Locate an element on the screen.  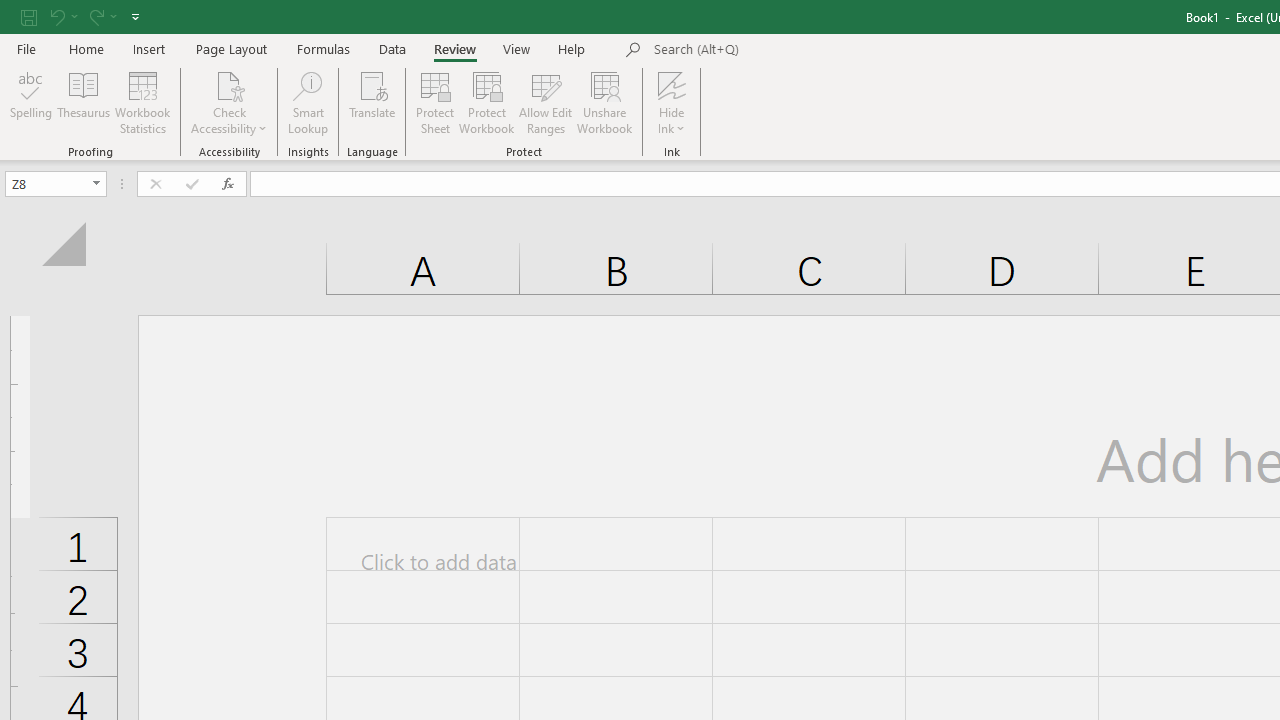
'Unshare Workbook' is located at coordinates (603, 103).